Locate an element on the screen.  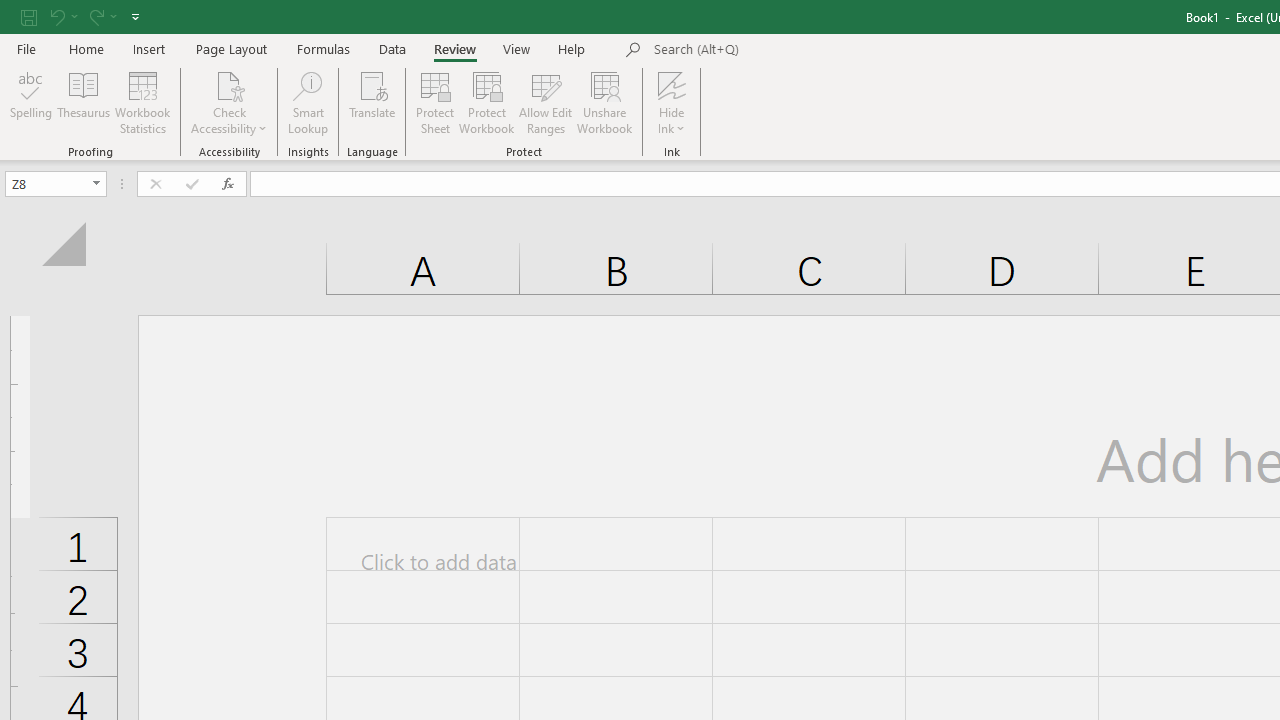
'Unshare Workbook' is located at coordinates (603, 103).